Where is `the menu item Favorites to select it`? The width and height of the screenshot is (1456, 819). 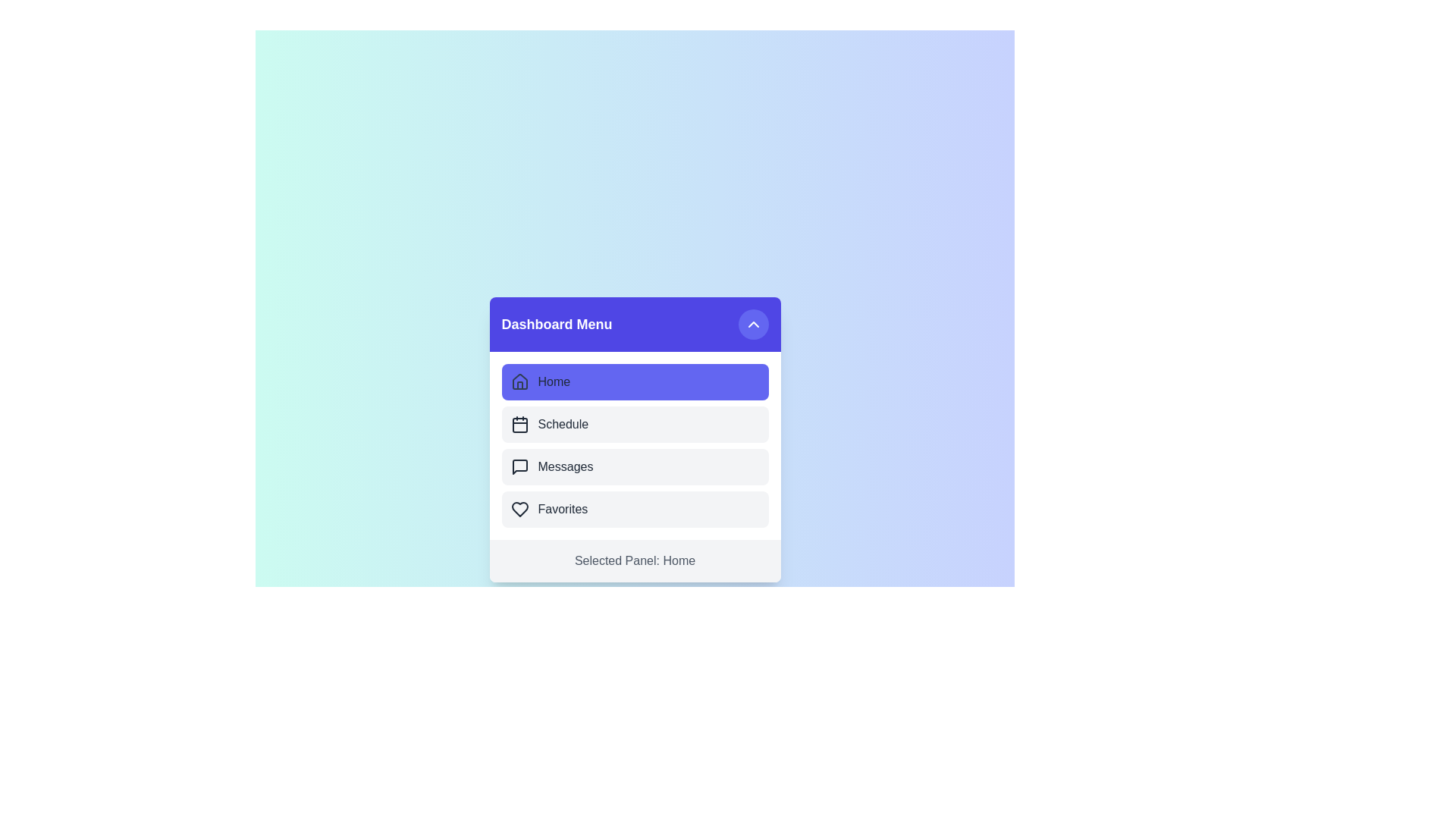 the menu item Favorites to select it is located at coordinates (635, 509).